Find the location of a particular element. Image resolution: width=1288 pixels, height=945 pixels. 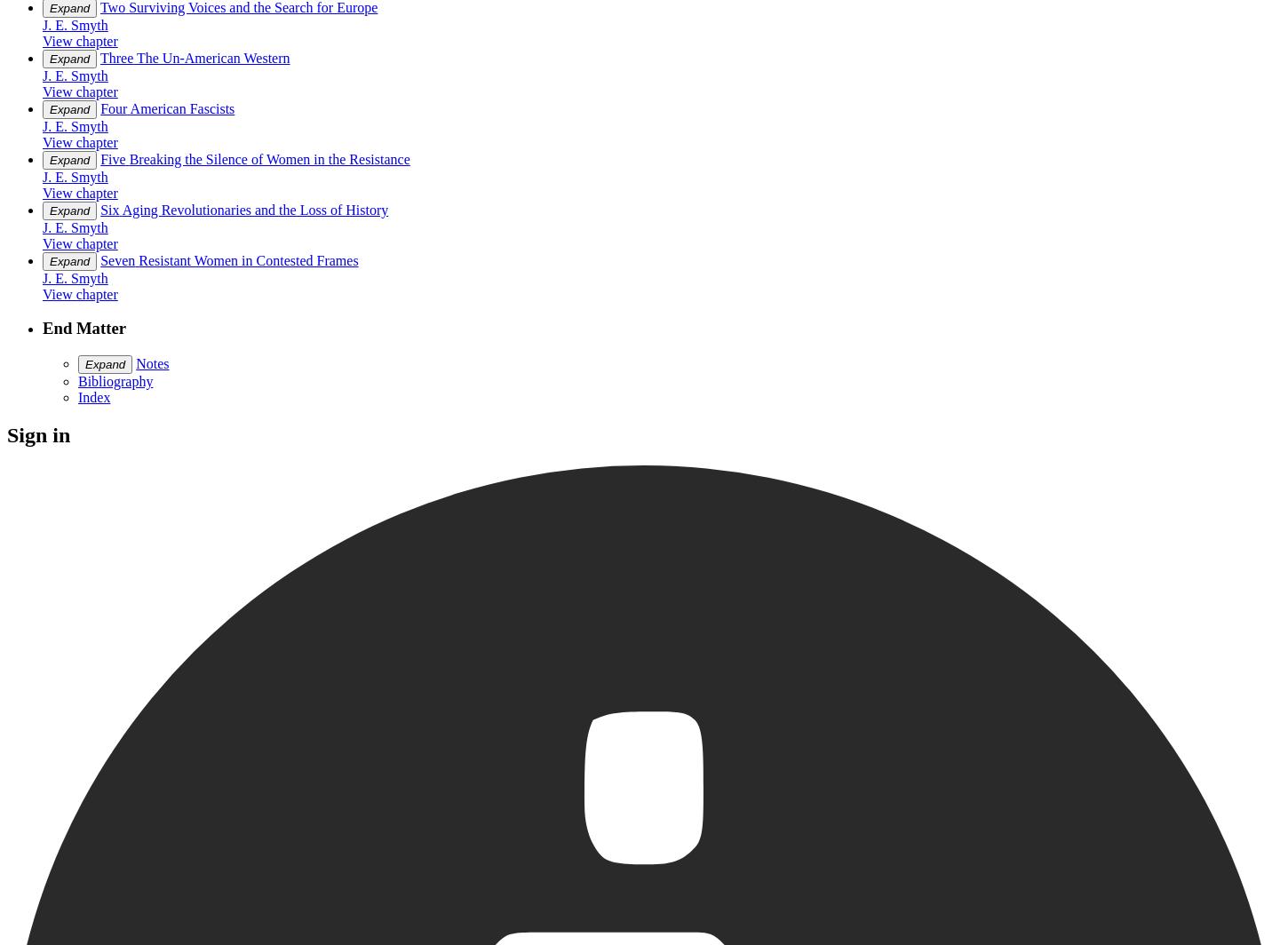

'Resistant Women in Contested Frames' is located at coordinates (248, 259).